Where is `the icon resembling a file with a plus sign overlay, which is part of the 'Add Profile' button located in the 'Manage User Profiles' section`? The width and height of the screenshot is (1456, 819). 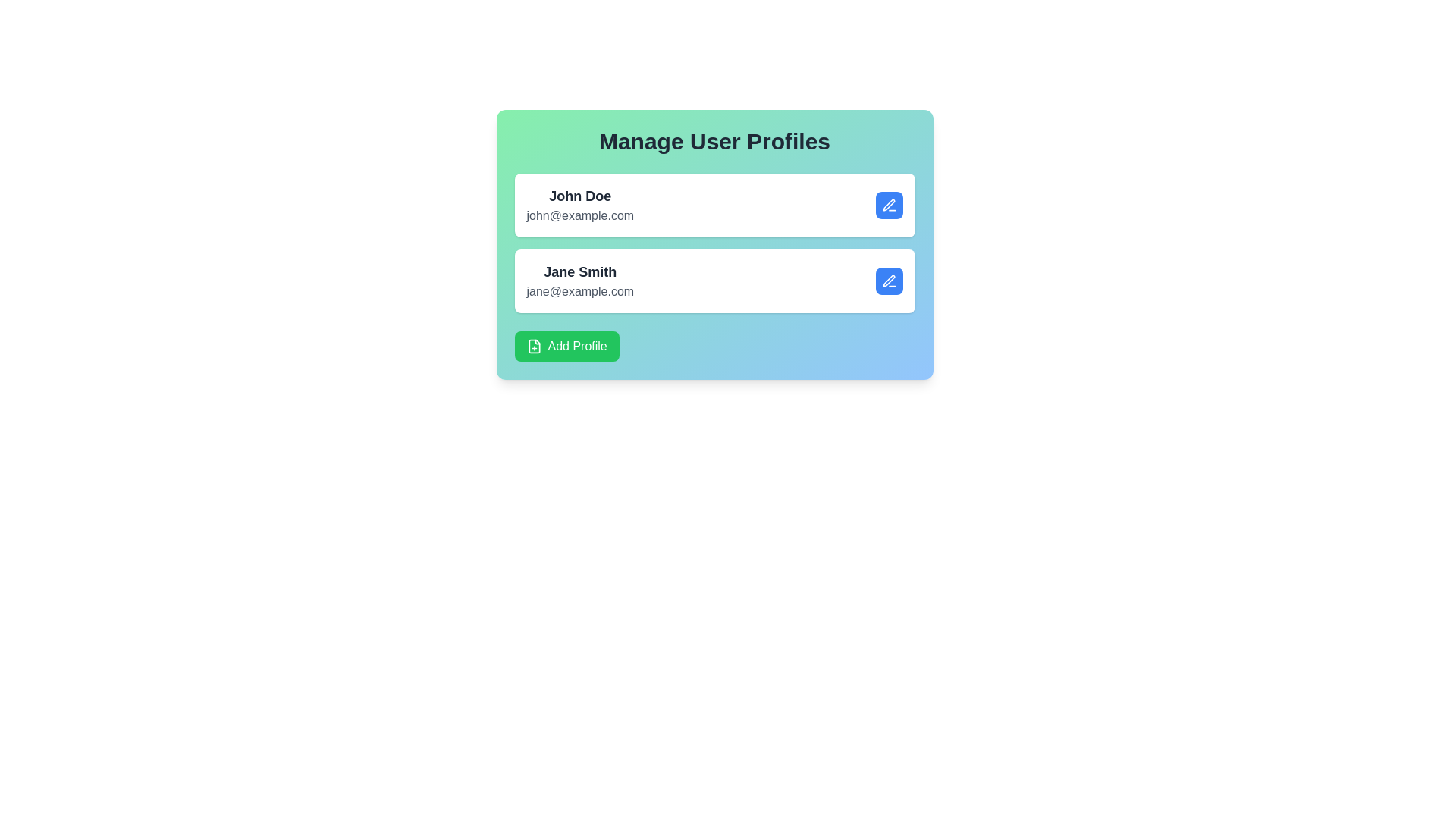
the icon resembling a file with a plus sign overlay, which is part of the 'Add Profile' button located in the 'Manage User Profiles' section is located at coordinates (534, 346).